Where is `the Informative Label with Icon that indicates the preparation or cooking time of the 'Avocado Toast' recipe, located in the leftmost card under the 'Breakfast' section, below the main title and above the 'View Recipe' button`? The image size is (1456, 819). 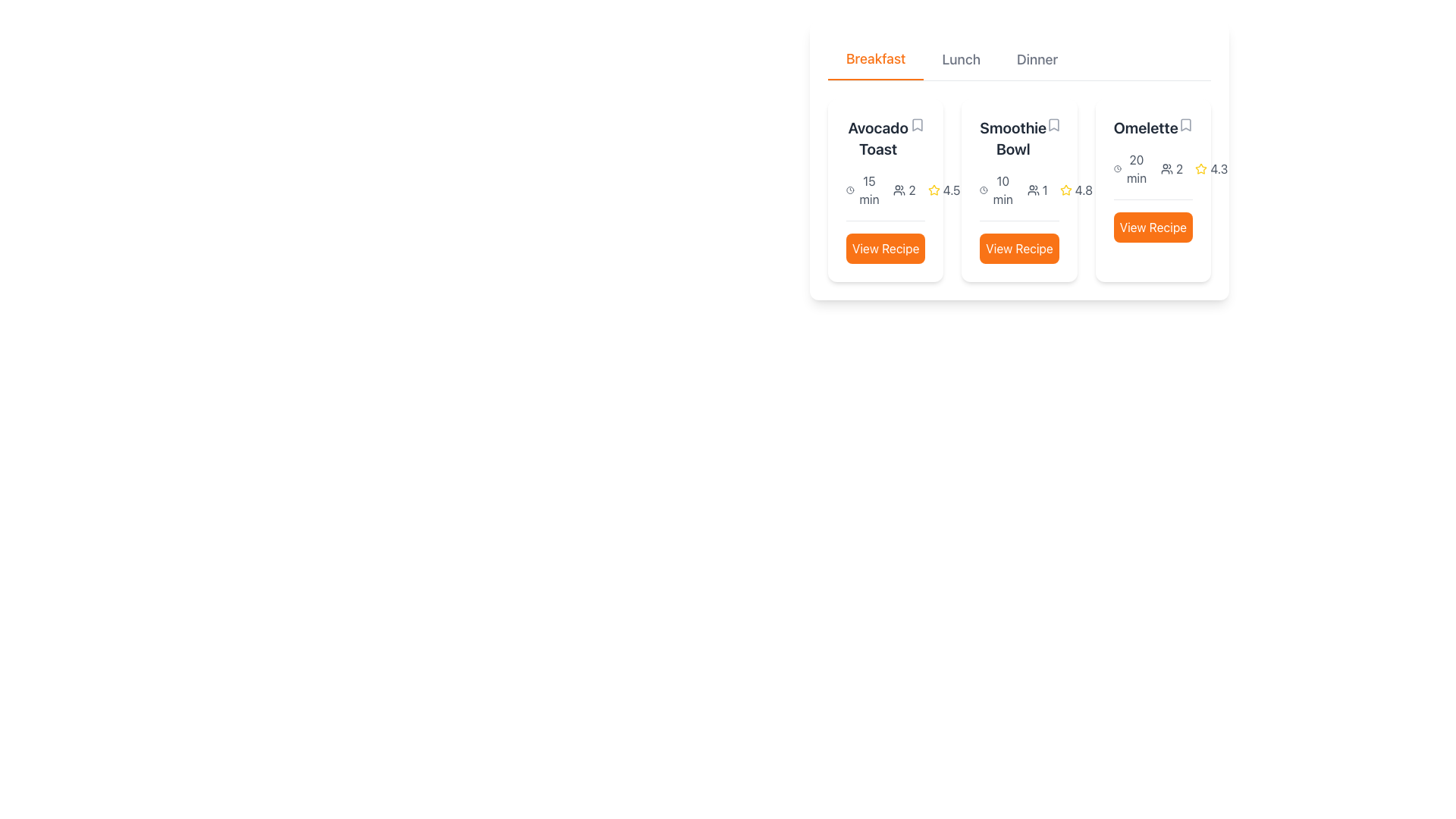 the Informative Label with Icon that indicates the preparation or cooking time of the 'Avocado Toast' recipe, located in the leftmost card under the 'Breakfast' section, below the main title and above the 'View Recipe' button is located at coordinates (864, 189).